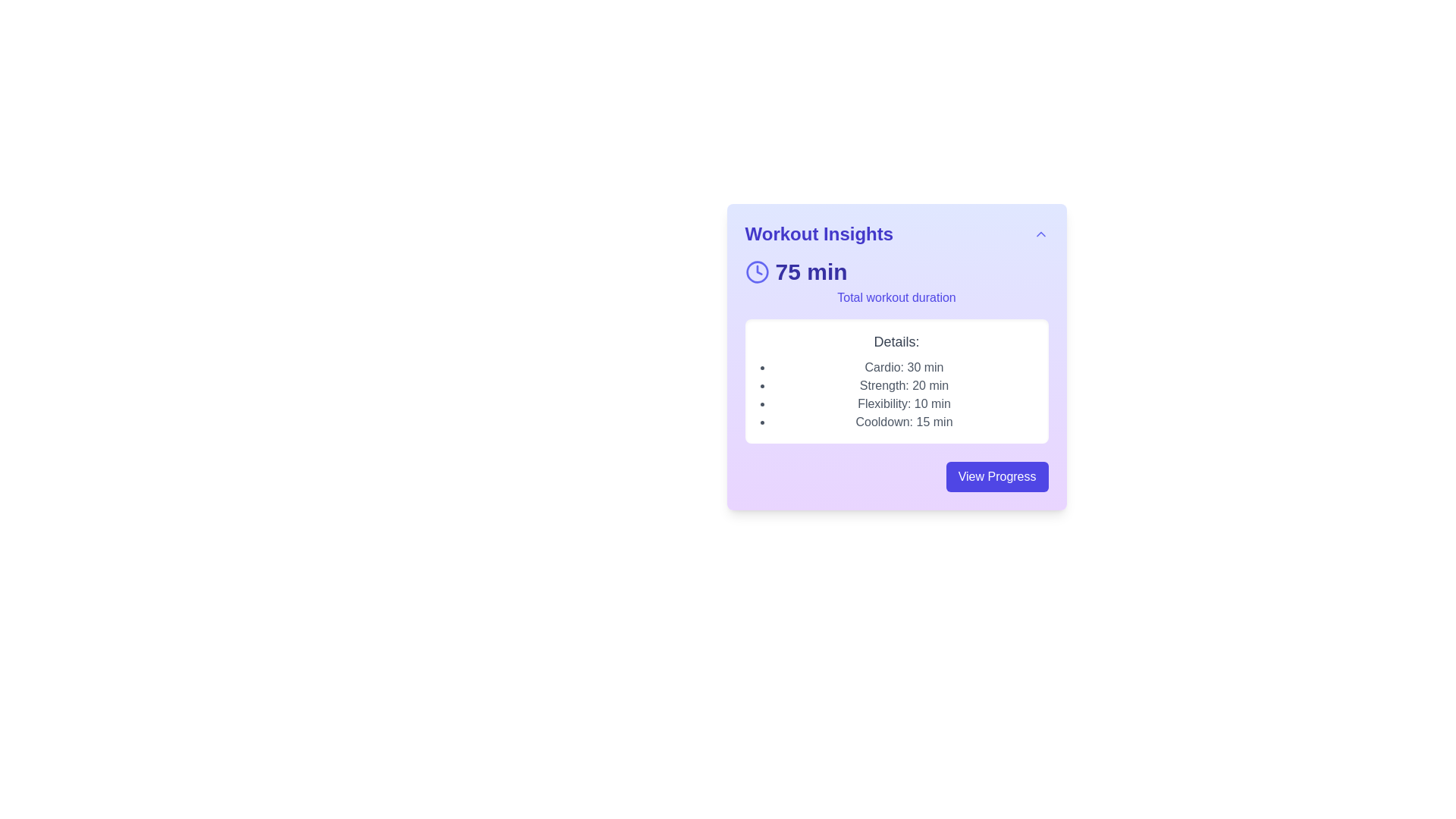  I want to click on the Information Panel which contains the heading 'Details:' and a list of workout activities, positioned centrally within the 'Workout Insights' card, so click(896, 380).